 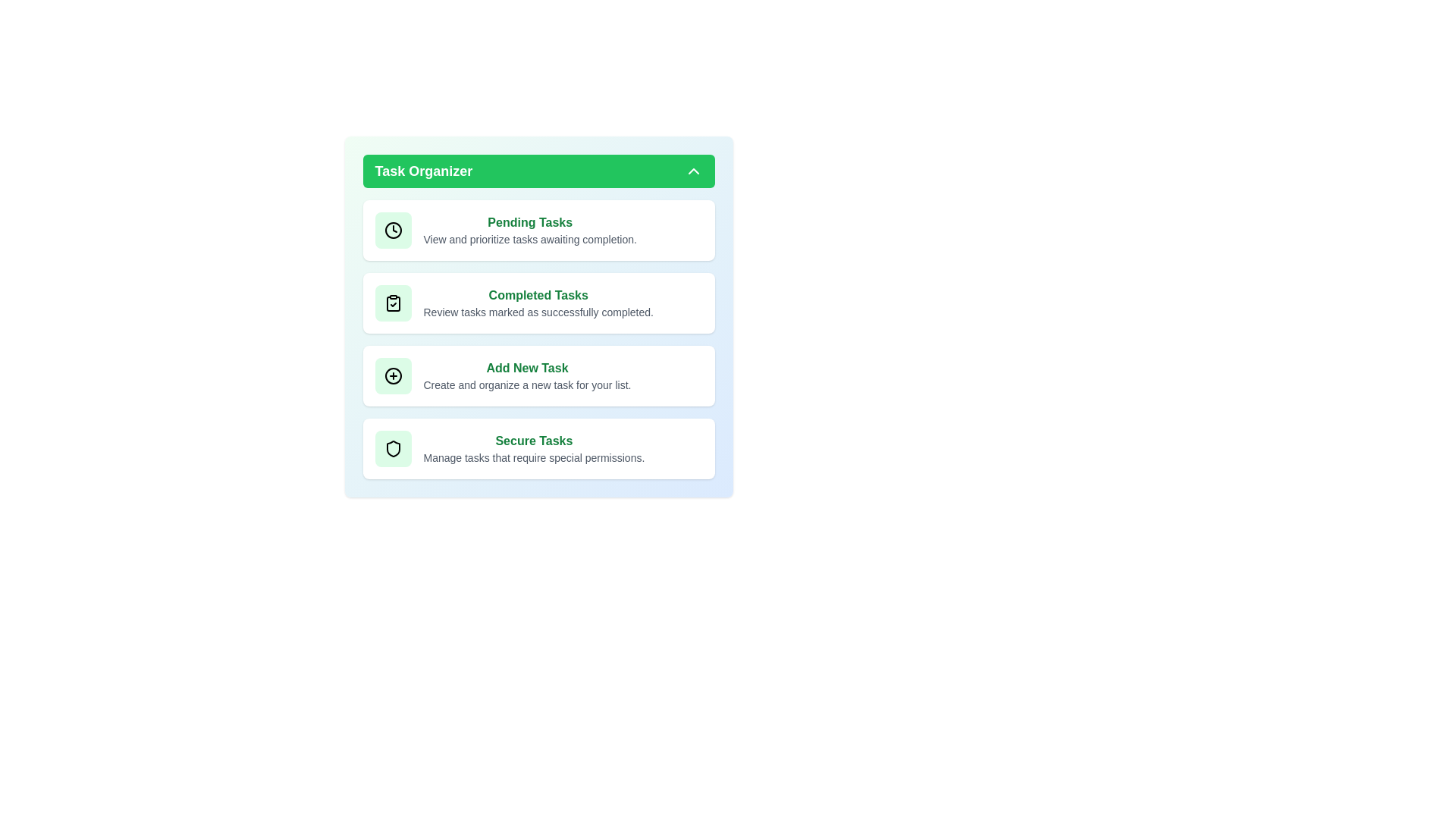 What do you see at coordinates (538, 231) in the screenshot?
I see `the 'Pending Tasks' card to view its details` at bounding box center [538, 231].